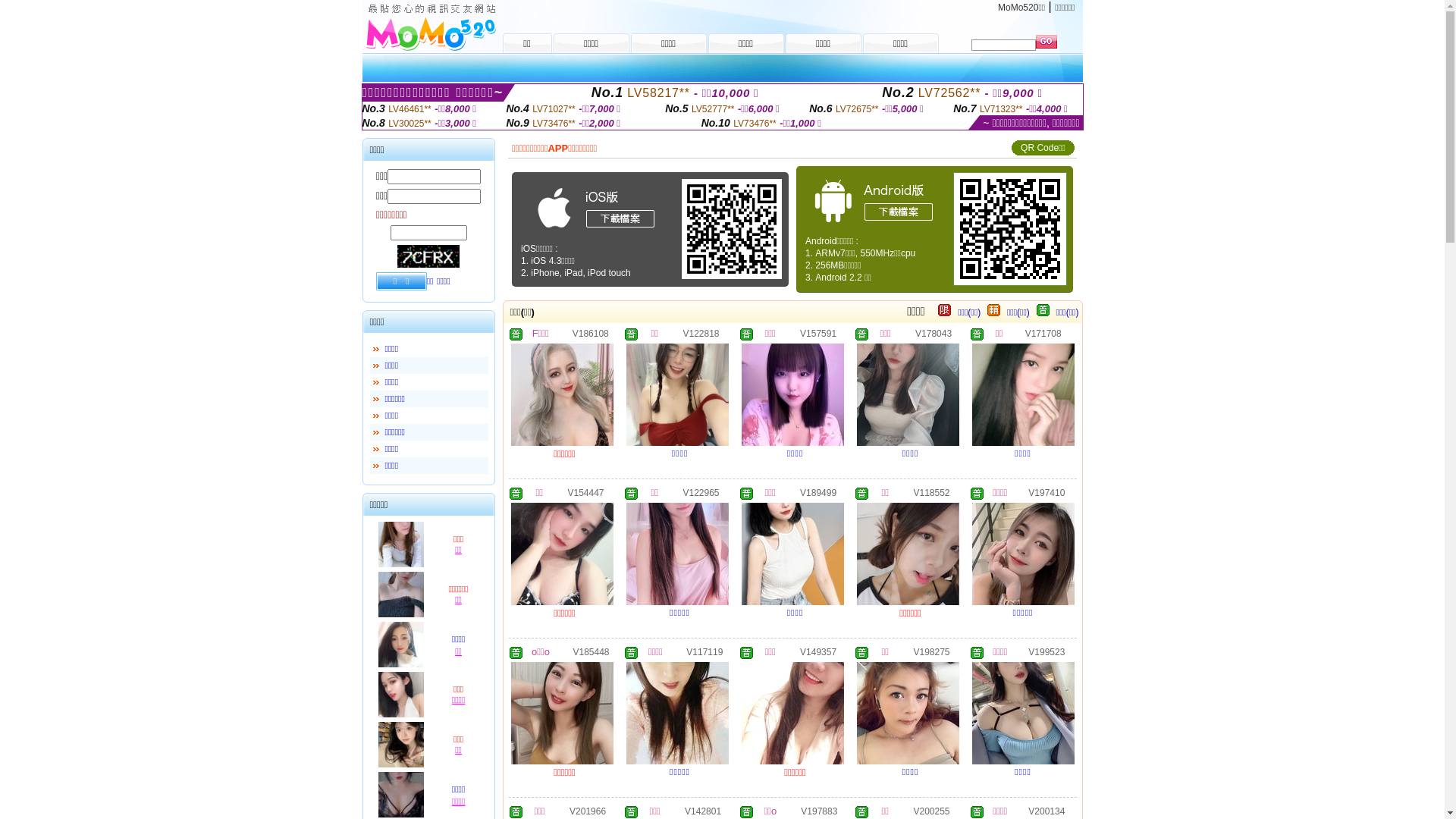  I want to click on 'V201966', so click(586, 809).